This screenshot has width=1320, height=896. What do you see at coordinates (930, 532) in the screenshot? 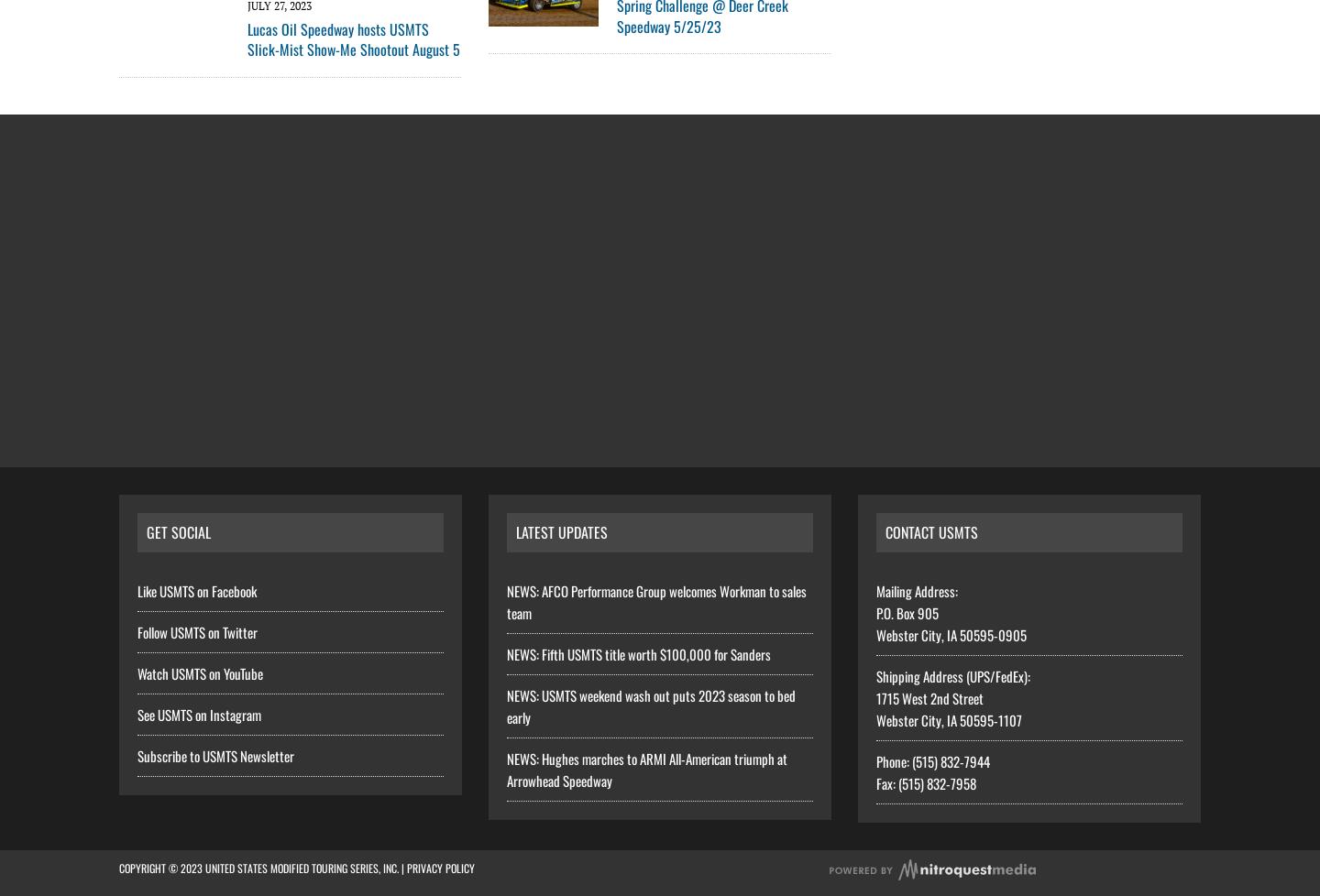
I see `'Contact USMTS'` at bounding box center [930, 532].